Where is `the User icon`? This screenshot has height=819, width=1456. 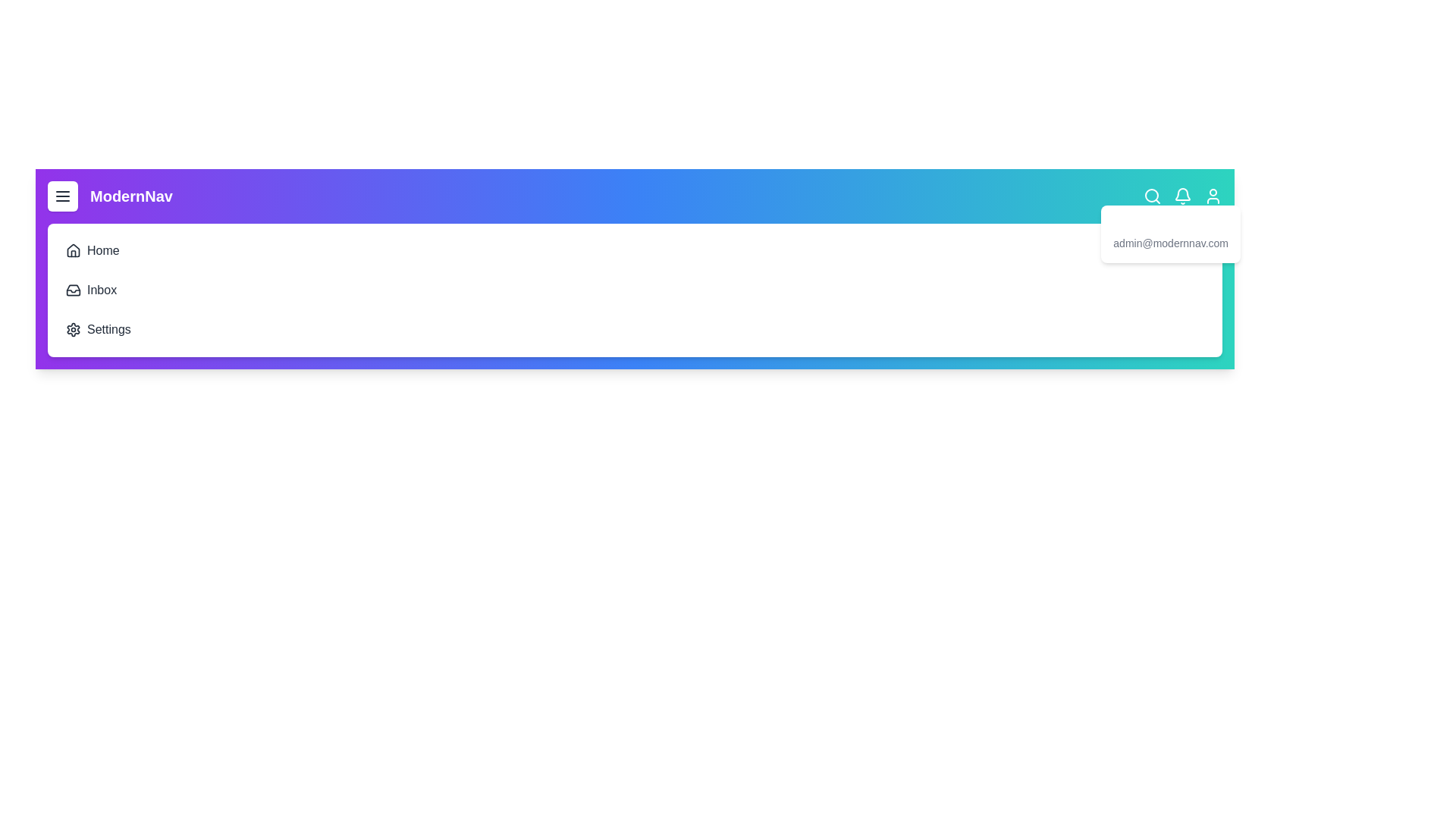 the User icon is located at coordinates (1212, 195).